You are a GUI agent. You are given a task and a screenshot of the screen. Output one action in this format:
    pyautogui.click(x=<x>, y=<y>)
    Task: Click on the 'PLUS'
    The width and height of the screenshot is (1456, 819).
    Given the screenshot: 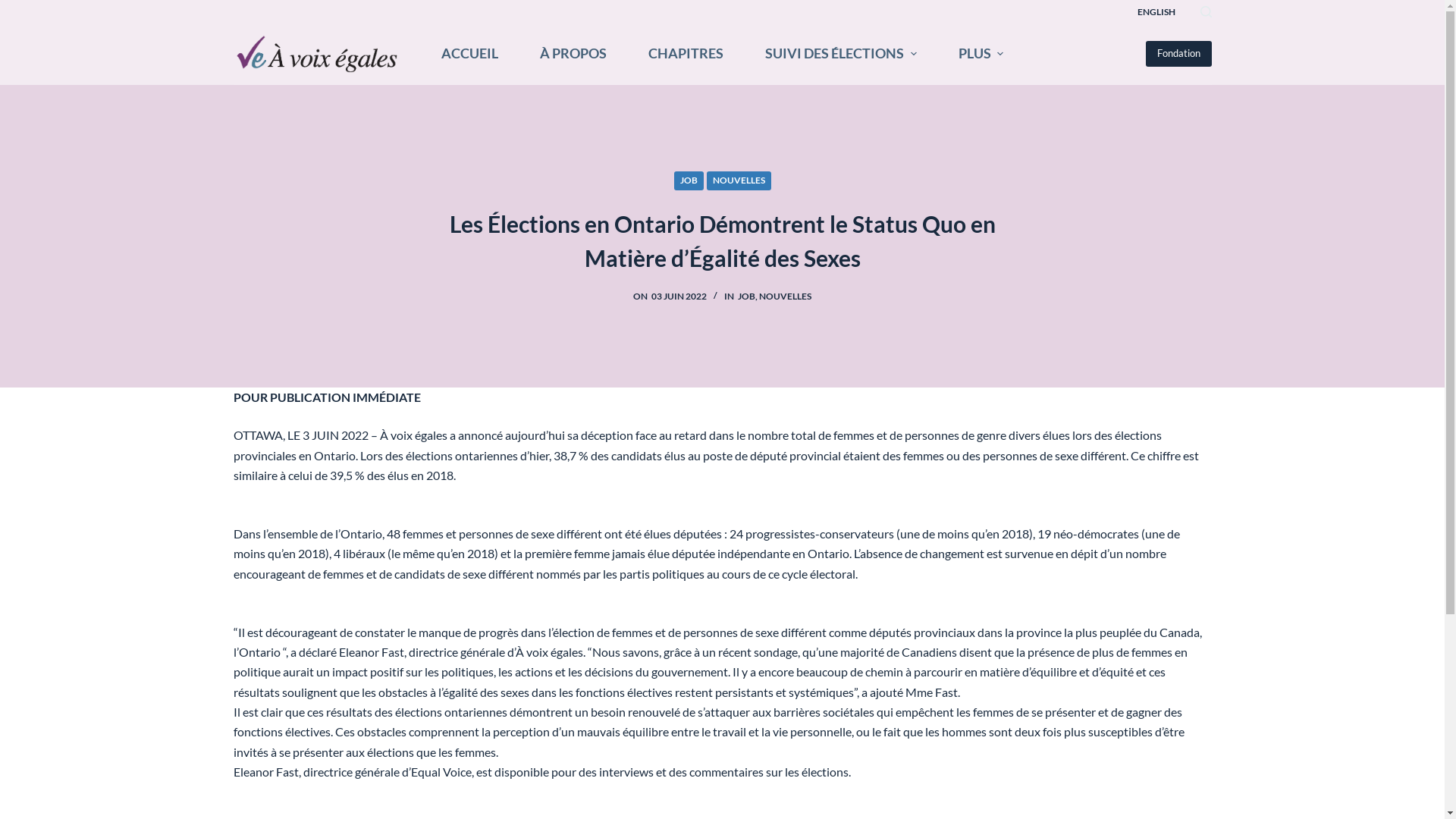 What is the action you would take?
    pyautogui.click(x=981, y=52)
    